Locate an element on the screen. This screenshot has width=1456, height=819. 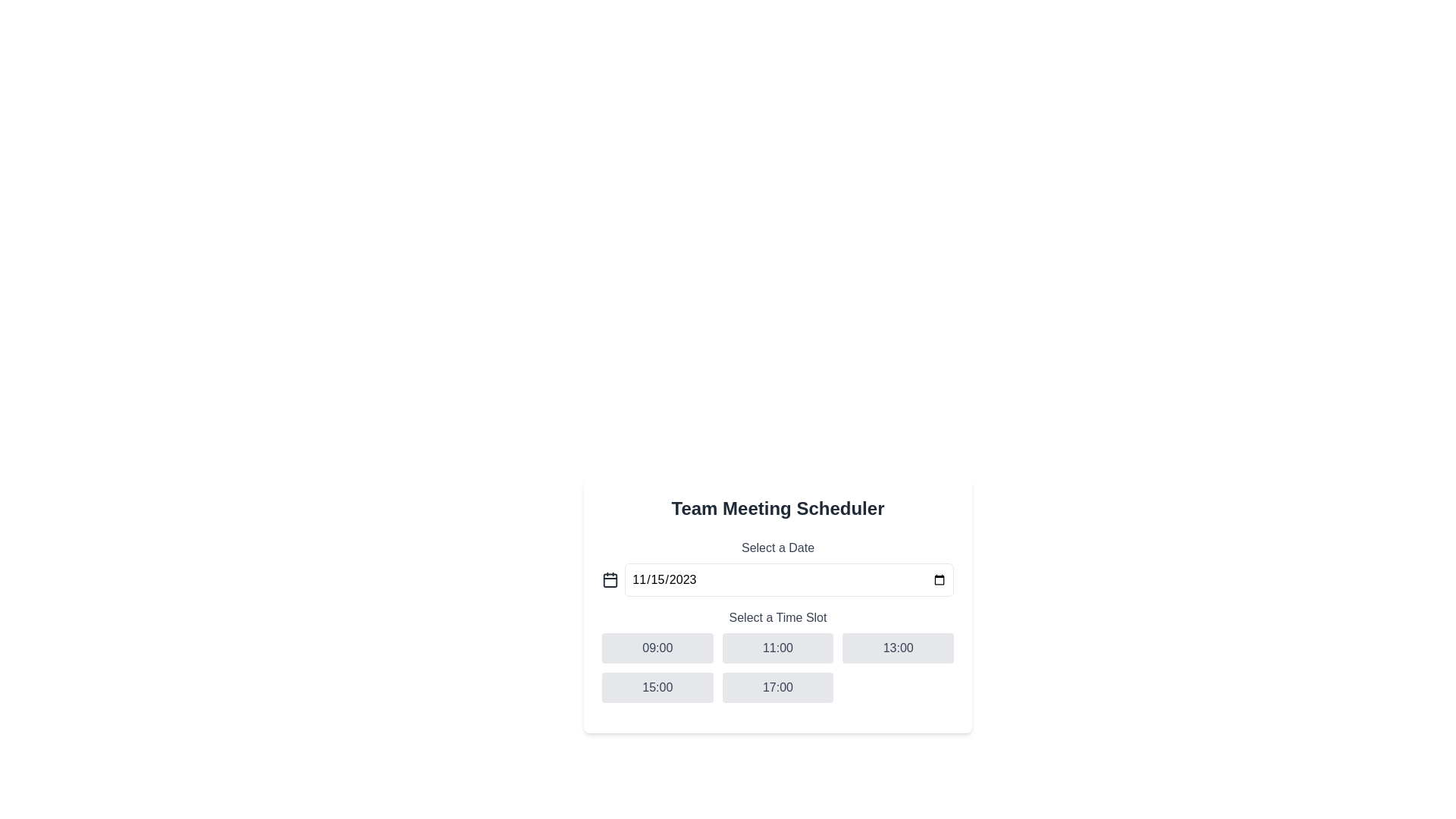
the text label that reads 'Select a Time Slot', which is styled with a gray font and located above the grid of time slot buttons is located at coordinates (778, 617).